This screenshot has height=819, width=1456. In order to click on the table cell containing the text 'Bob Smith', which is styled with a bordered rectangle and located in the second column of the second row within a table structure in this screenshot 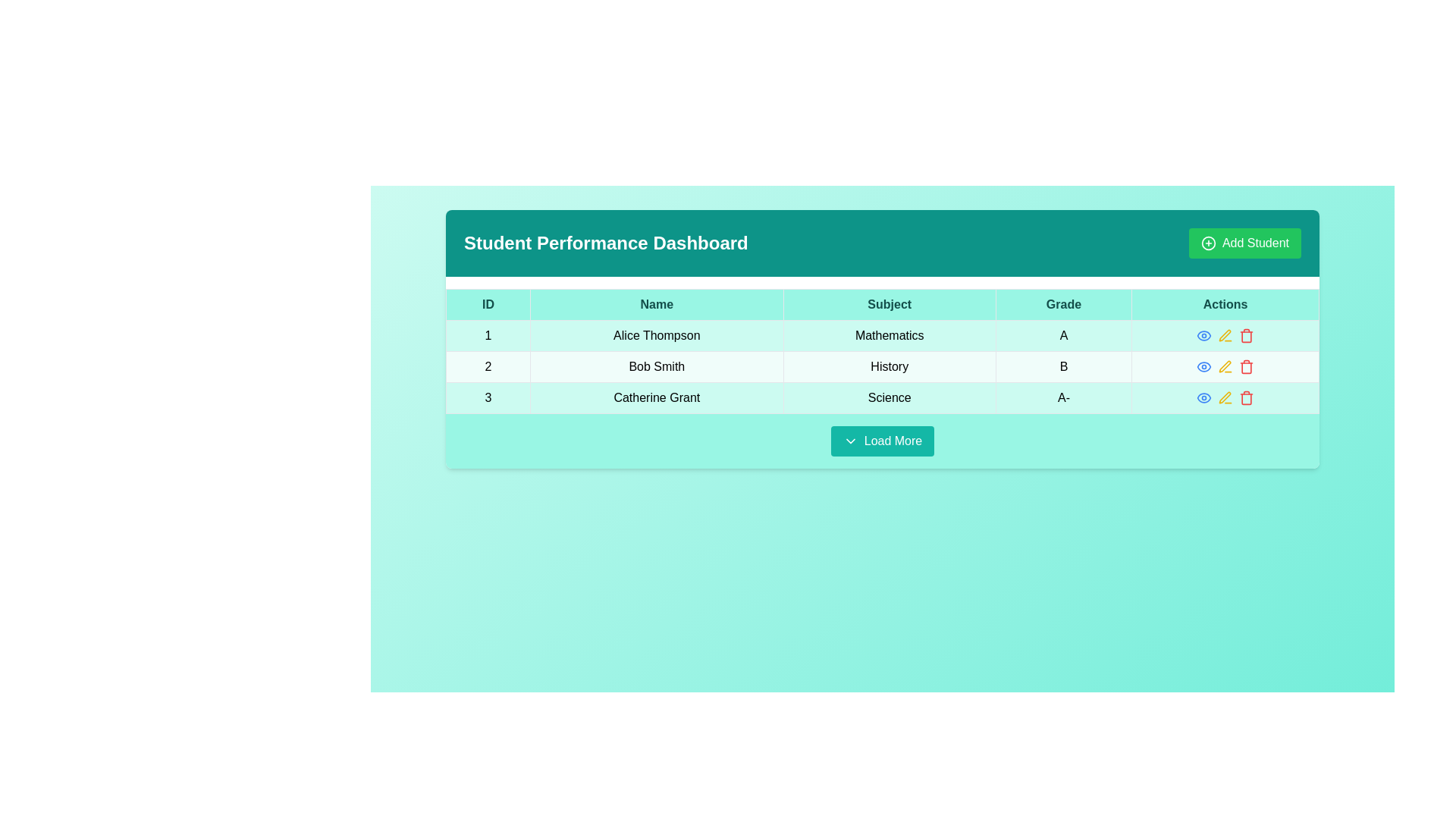, I will do `click(657, 366)`.